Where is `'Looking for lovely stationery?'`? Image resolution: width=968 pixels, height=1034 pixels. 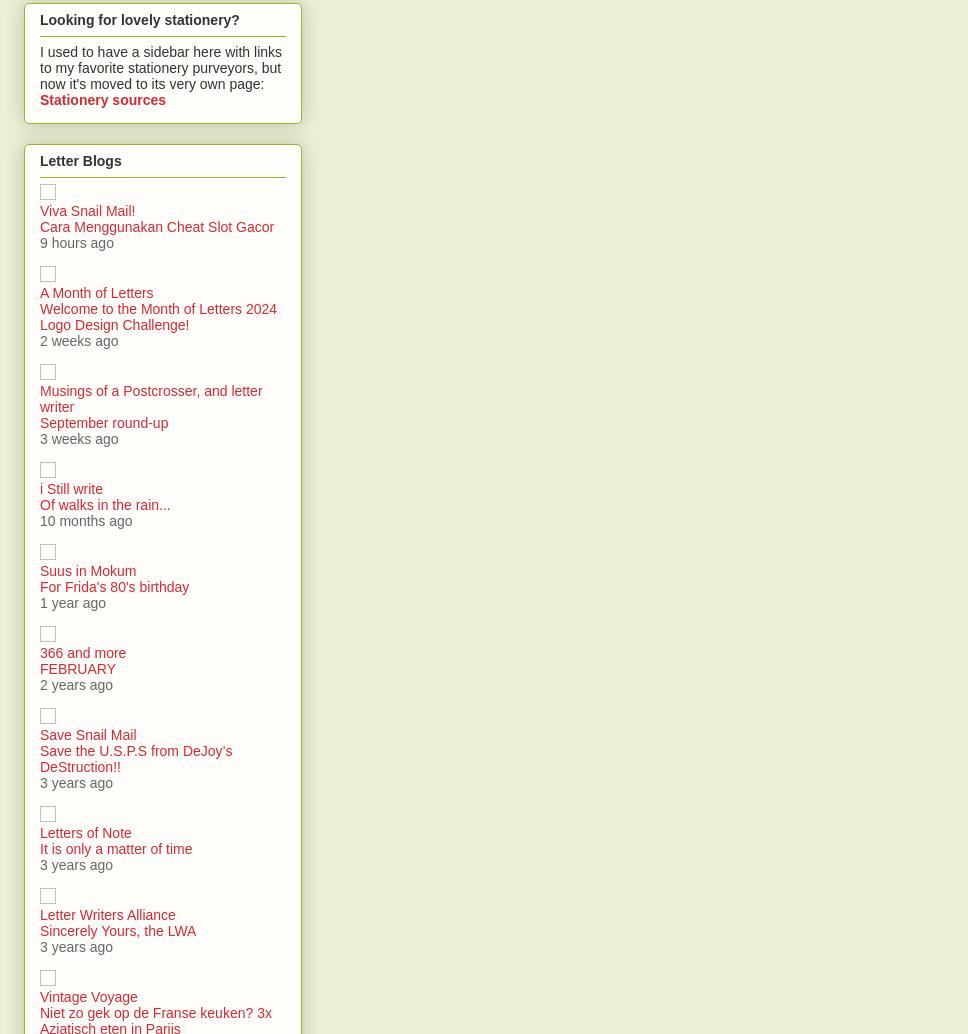 'Looking for lovely stationery?' is located at coordinates (138, 19).